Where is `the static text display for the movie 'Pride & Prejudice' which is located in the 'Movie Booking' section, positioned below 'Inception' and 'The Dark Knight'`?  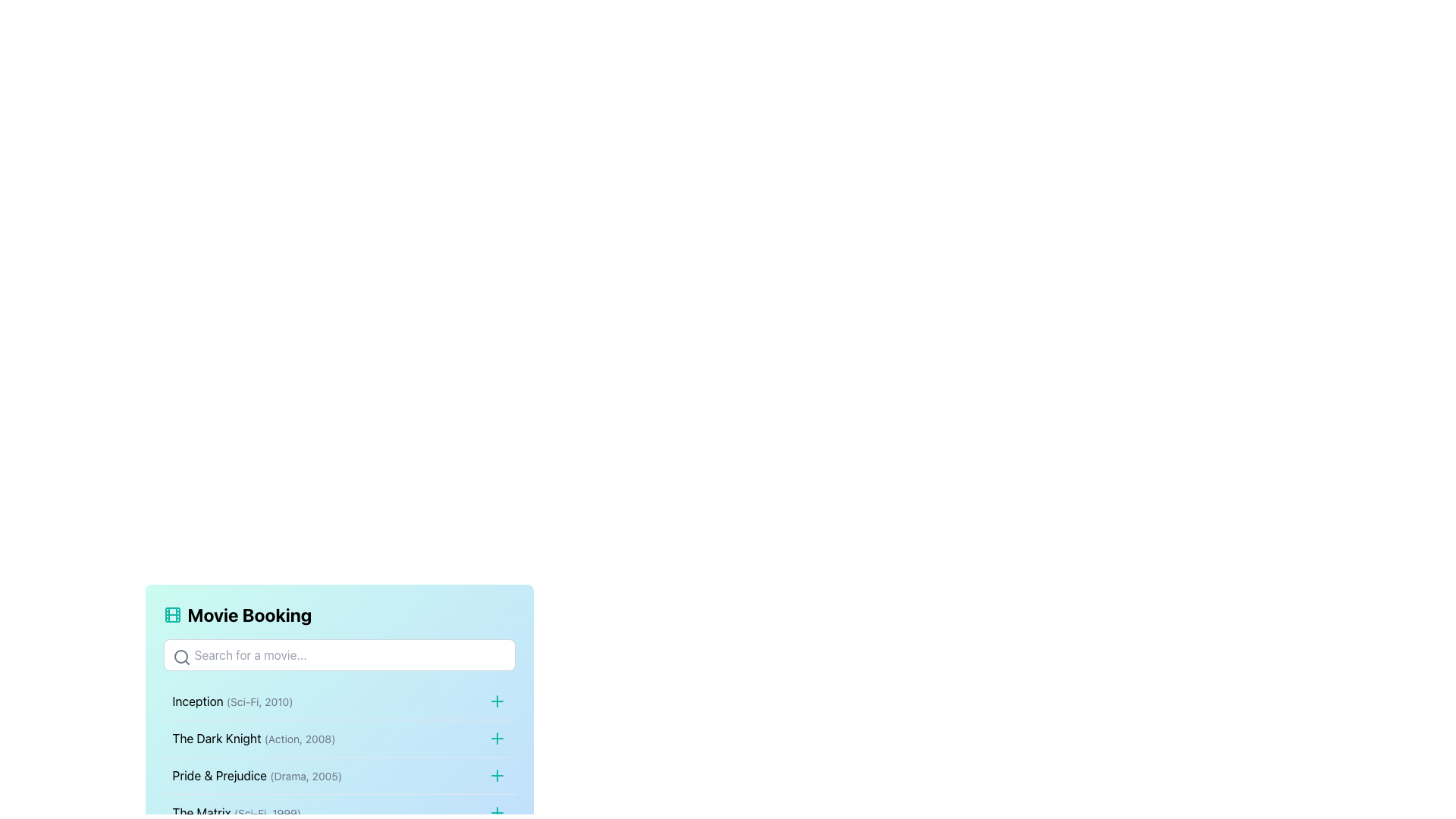 the static text display for the movie 'Pride & Prejudice' which is located in the 'Movie Booking' section, positioned below 'Inception' and 'The Dark Knight' is located at coordinates (257, 775).